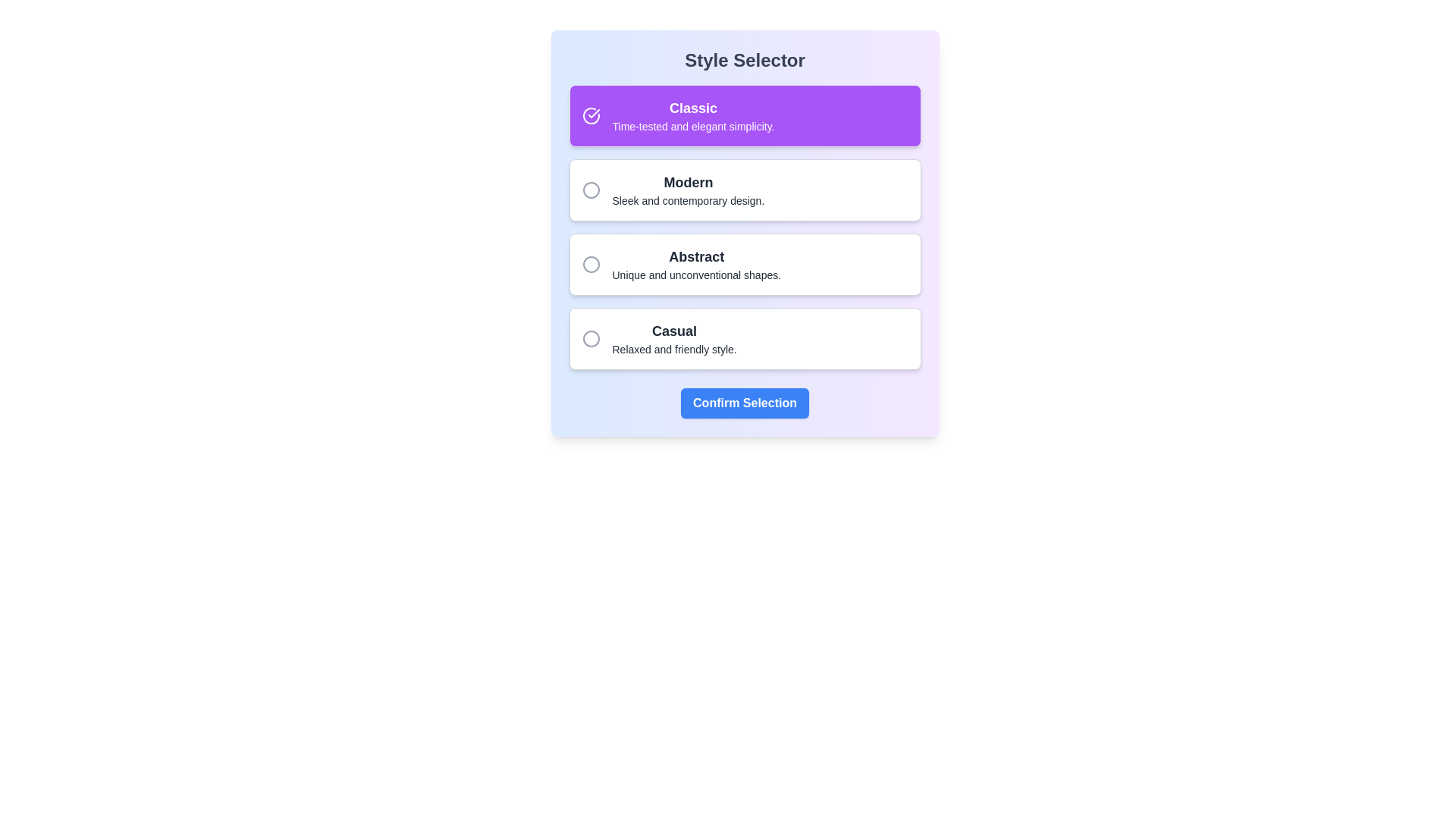 Image resolution: width=1456 pixels, height=819 pixels. What do you see at coordinates (590, 115) in the screenshot?
I see `the circular icon with a check mark inside, which is part of the 'Classic' style option in the style selector group` at bounding box center [590, 115].